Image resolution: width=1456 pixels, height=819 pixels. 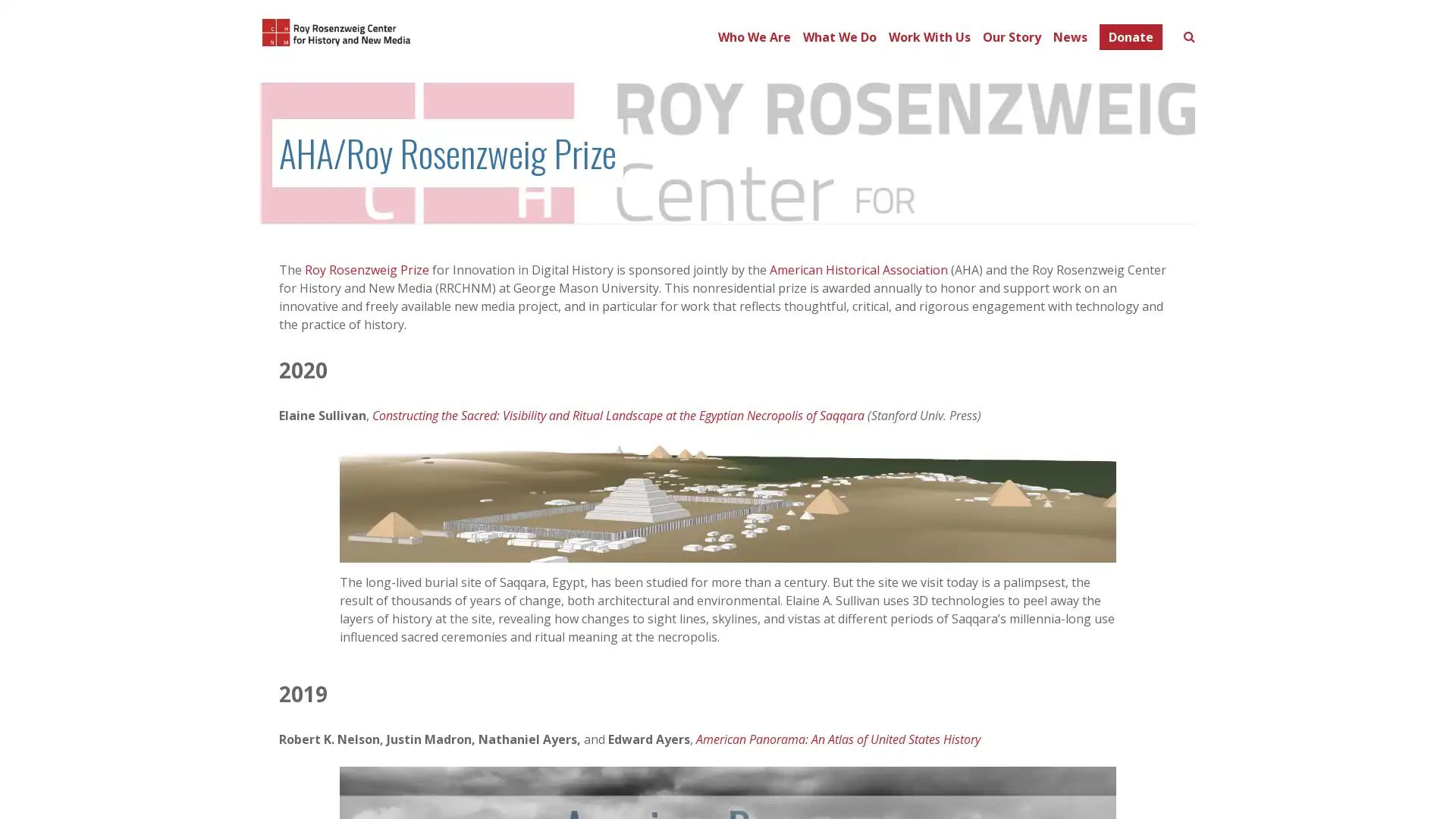 What do you see at coordinates (1188, 36) in the screenshot?
I see `Toggle search form` at bounding box center [1188, 36].